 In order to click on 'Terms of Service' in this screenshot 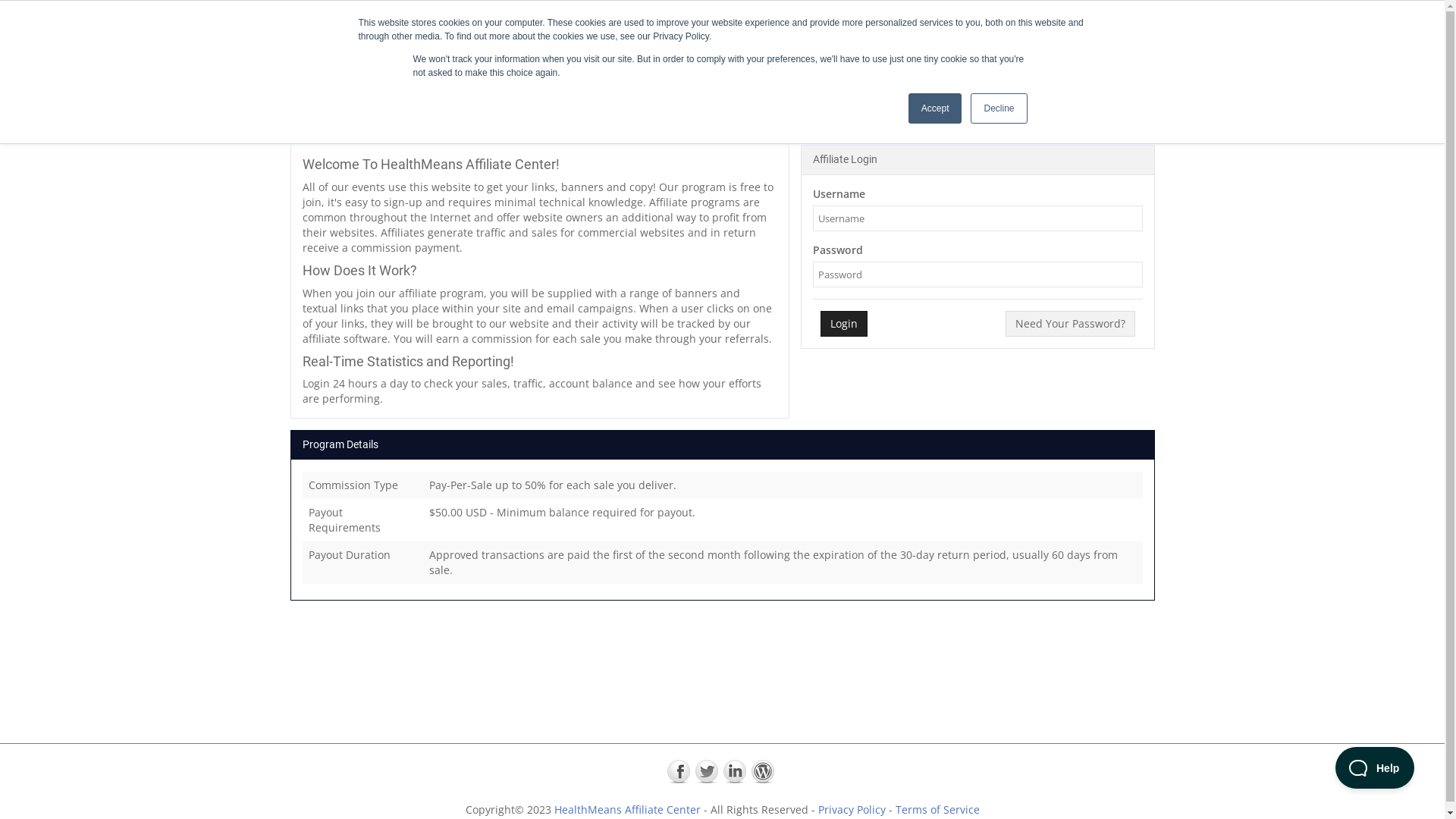, I will do `click(936, 808)`.